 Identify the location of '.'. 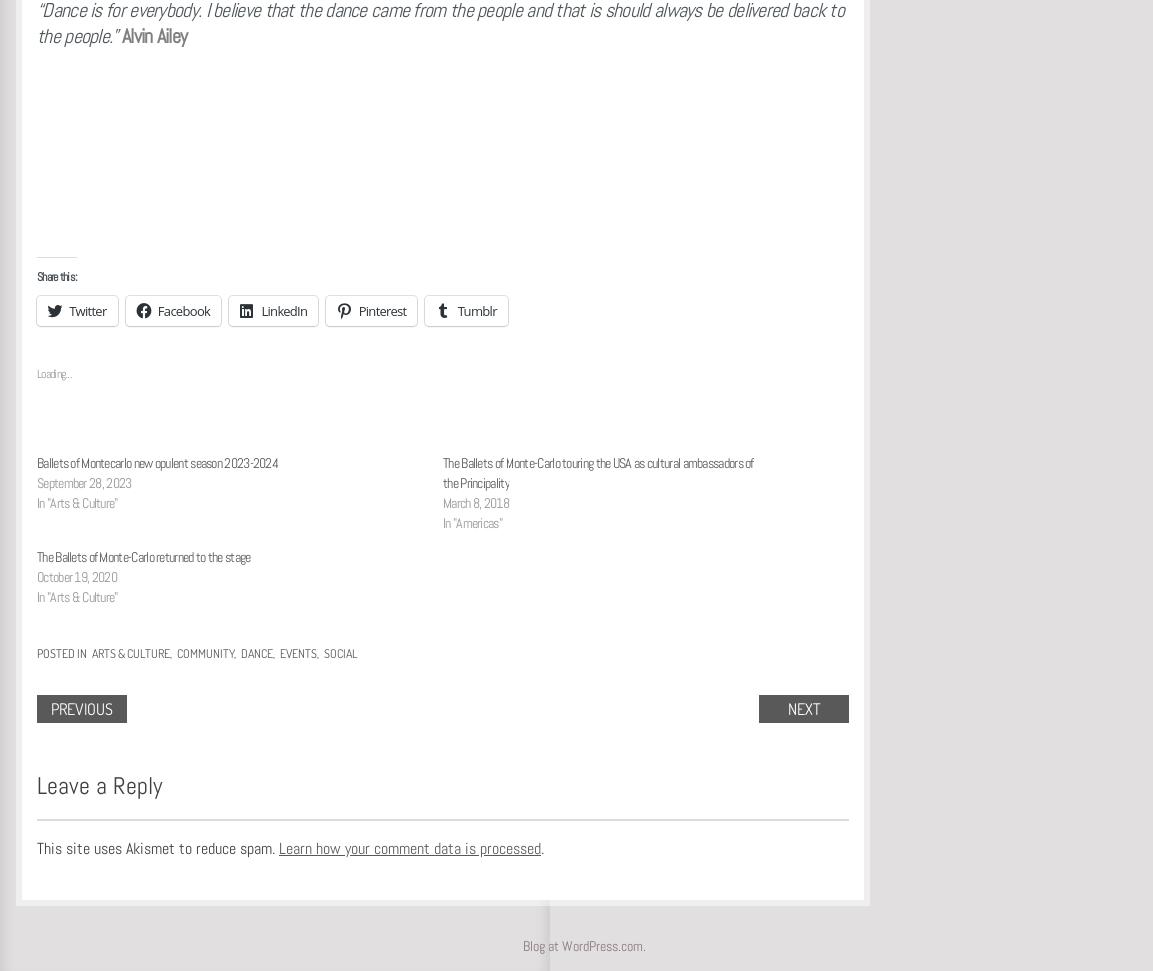
(541, 846).